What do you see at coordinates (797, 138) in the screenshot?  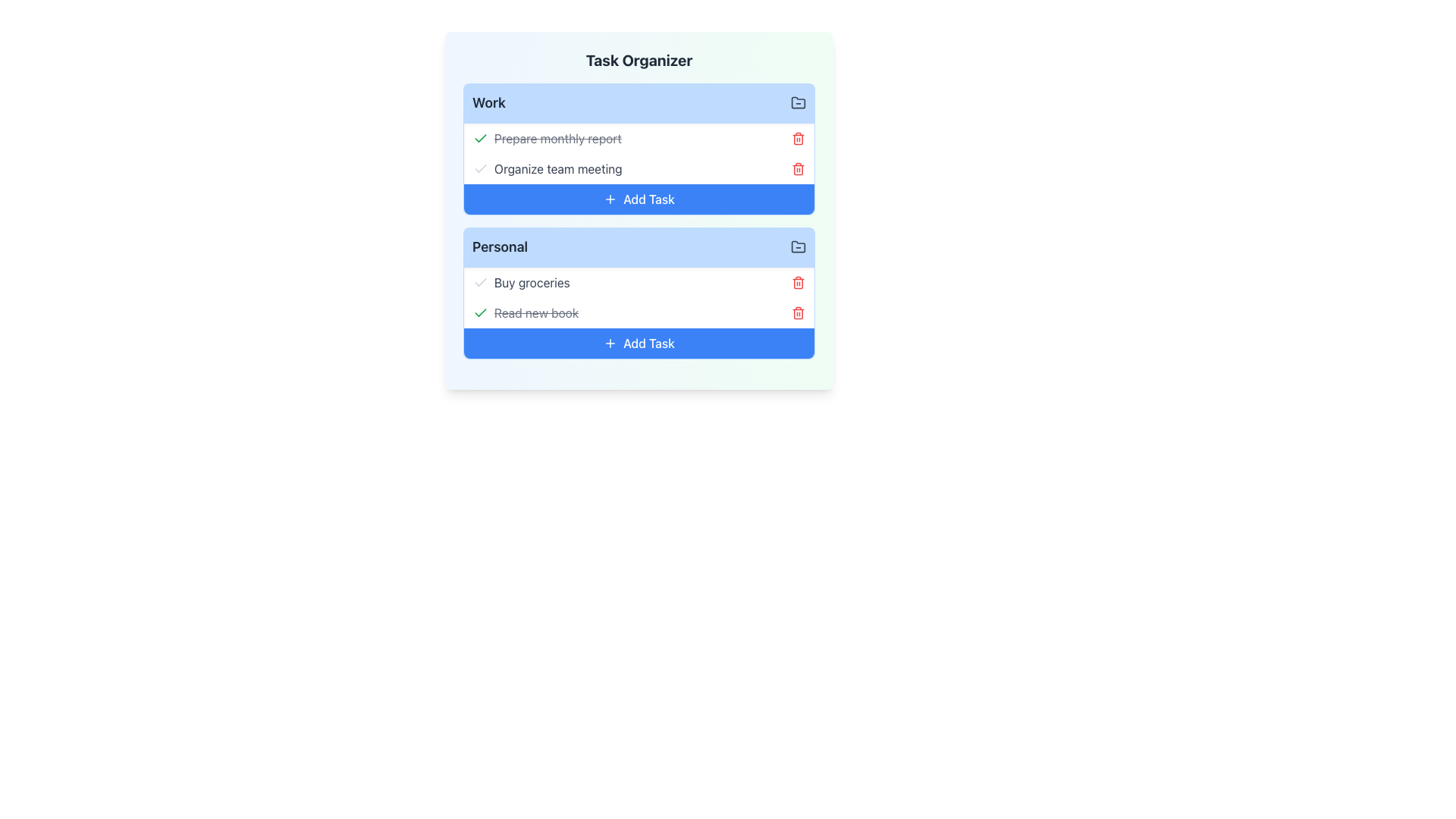 I see `the small red trash can icon` at bounding box center [797, 138].